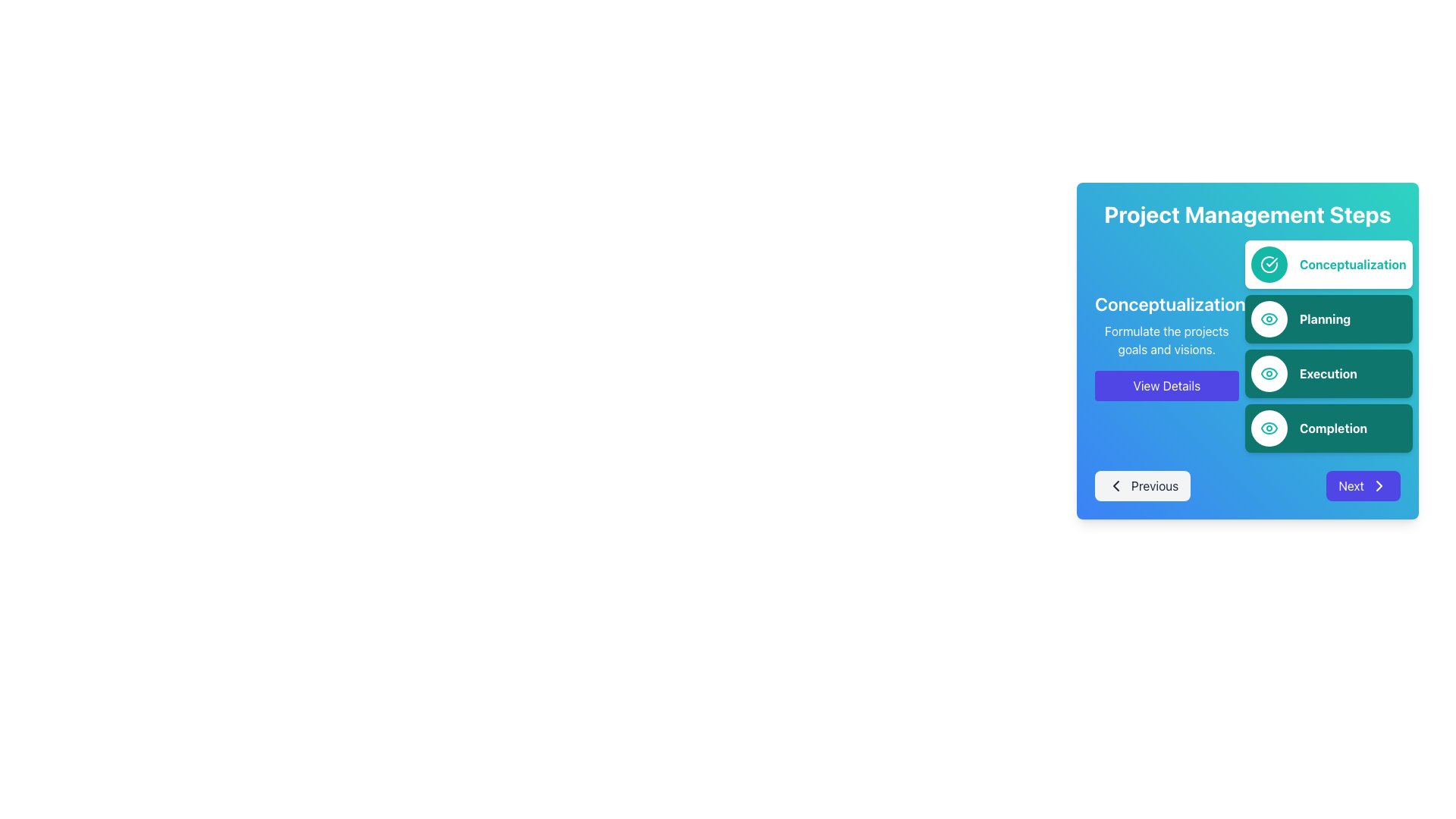  Describe the element at coordinates (1116, 485) in the screenshot. I see `the 'Previous' button that contains the left-facing chevron icon used for previous navigation` at that location.